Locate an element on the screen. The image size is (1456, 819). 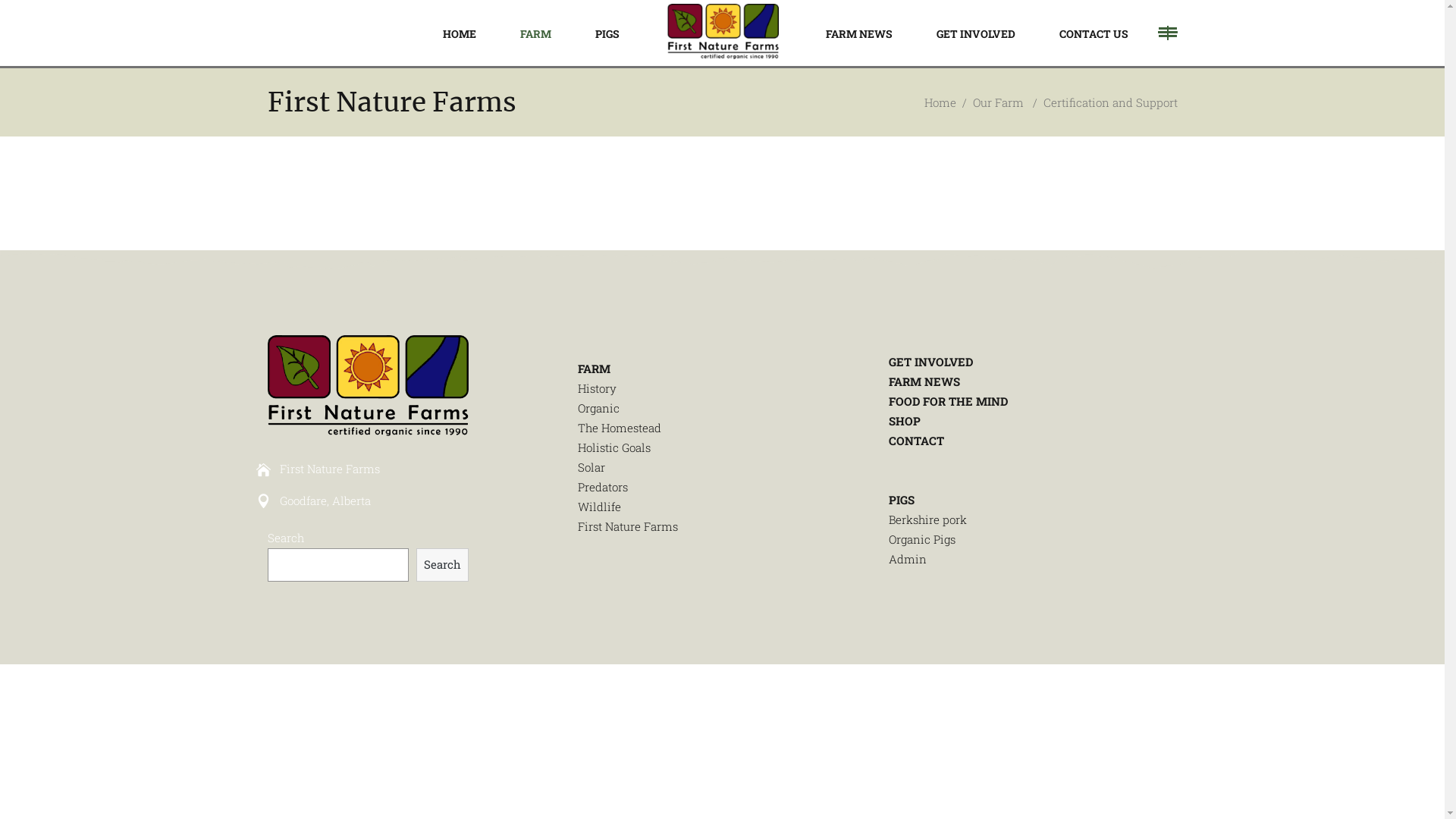
'SHOP' is located at coordinates (905, 421).